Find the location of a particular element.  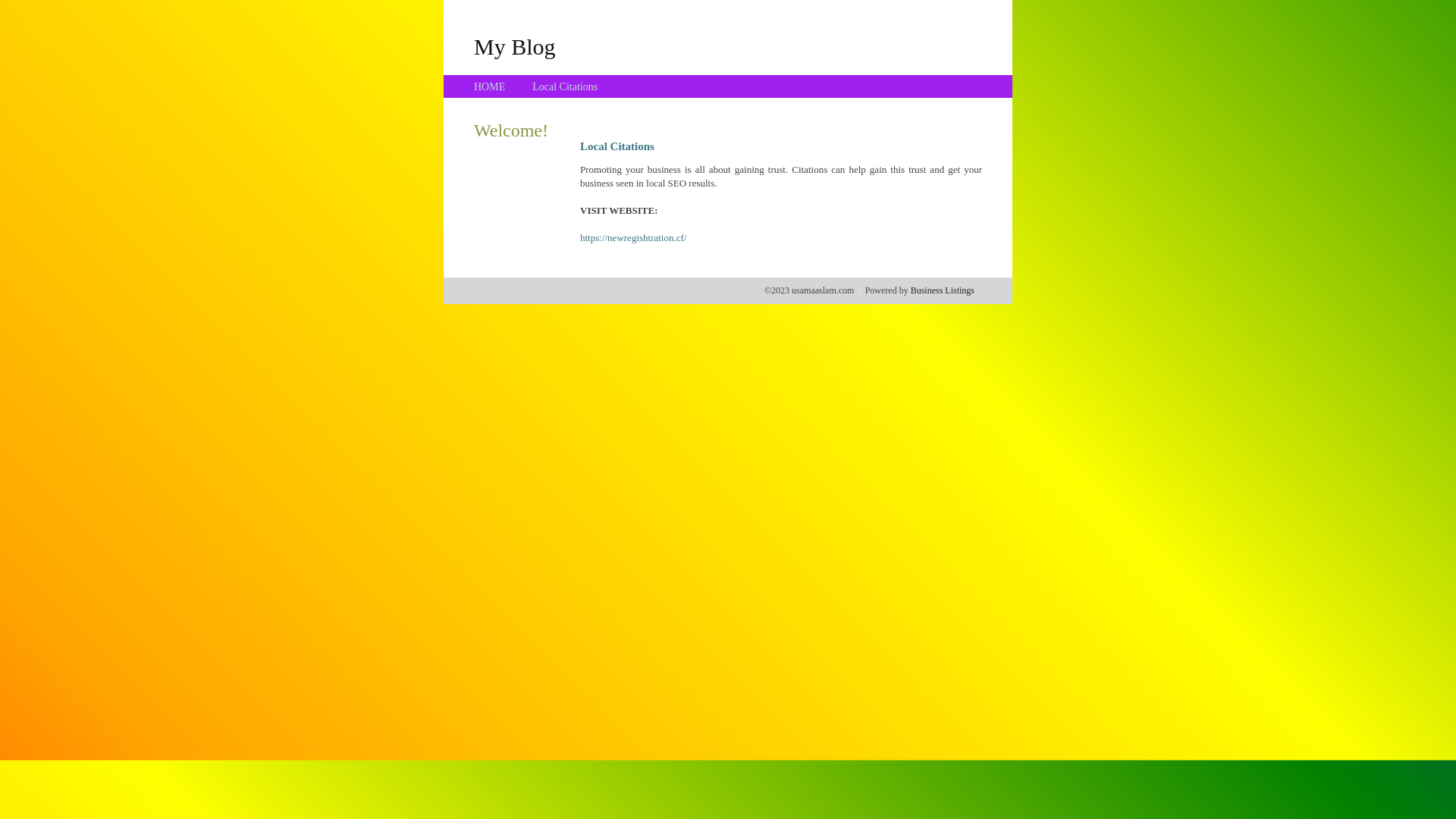

'HOME' is located at coordinates (472, 86).